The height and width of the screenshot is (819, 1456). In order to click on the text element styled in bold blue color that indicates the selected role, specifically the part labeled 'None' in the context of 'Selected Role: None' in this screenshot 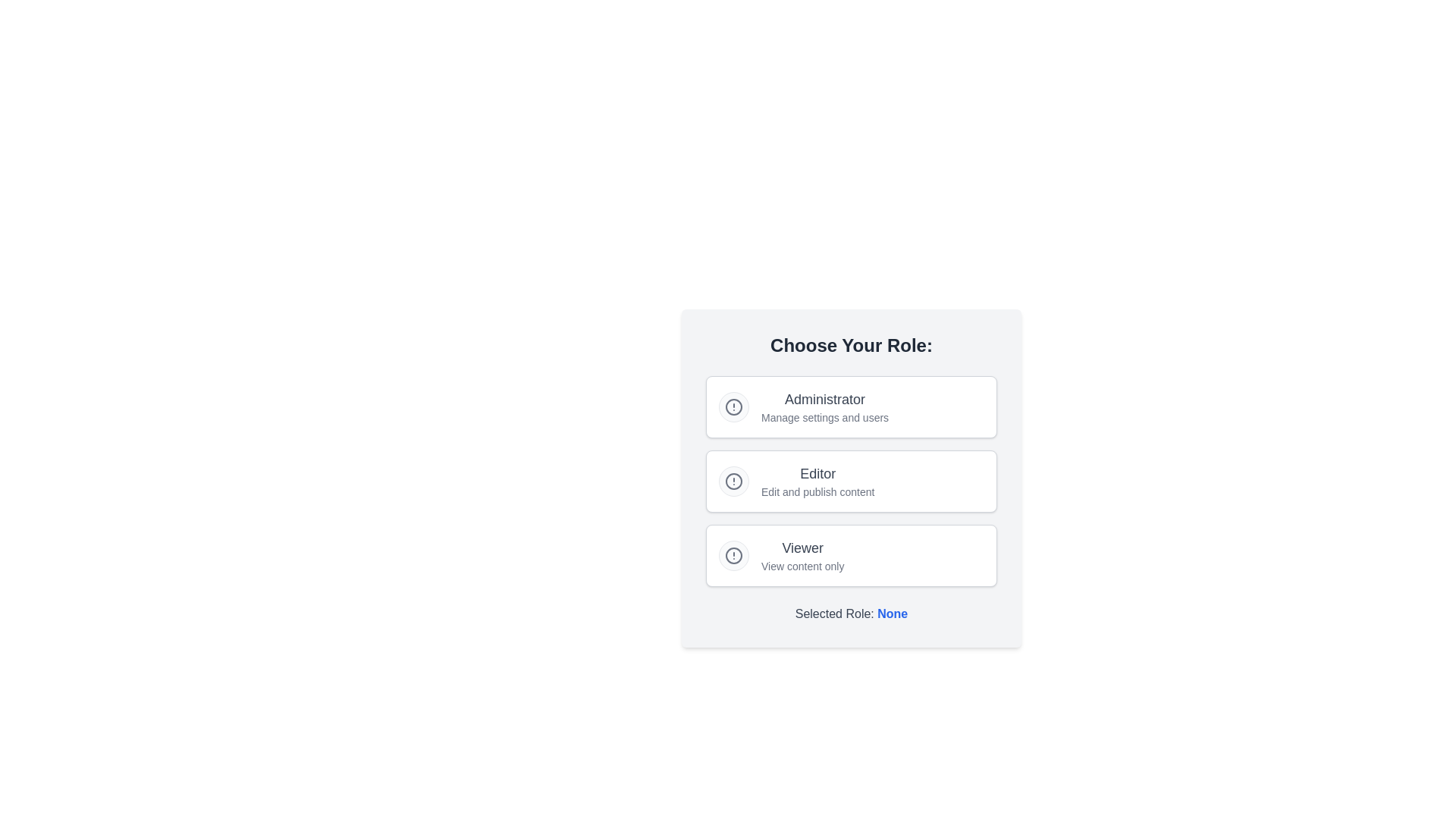, I will do `click(893, 613)`.